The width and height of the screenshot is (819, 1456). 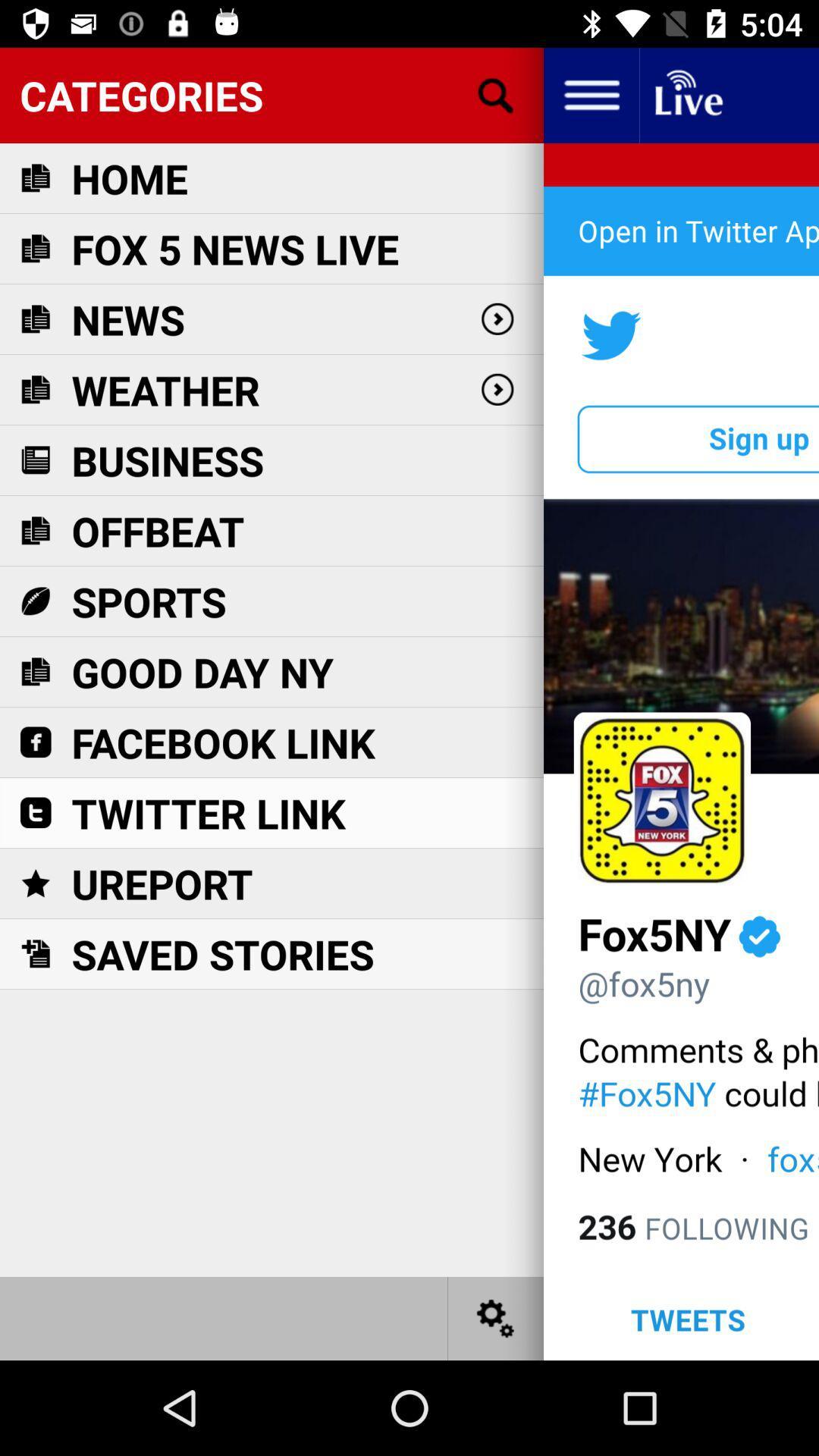 What do you see at coordinates (496, 1317) in the screenshot?
I see `settings menu` at bounding box center [496, 1317].